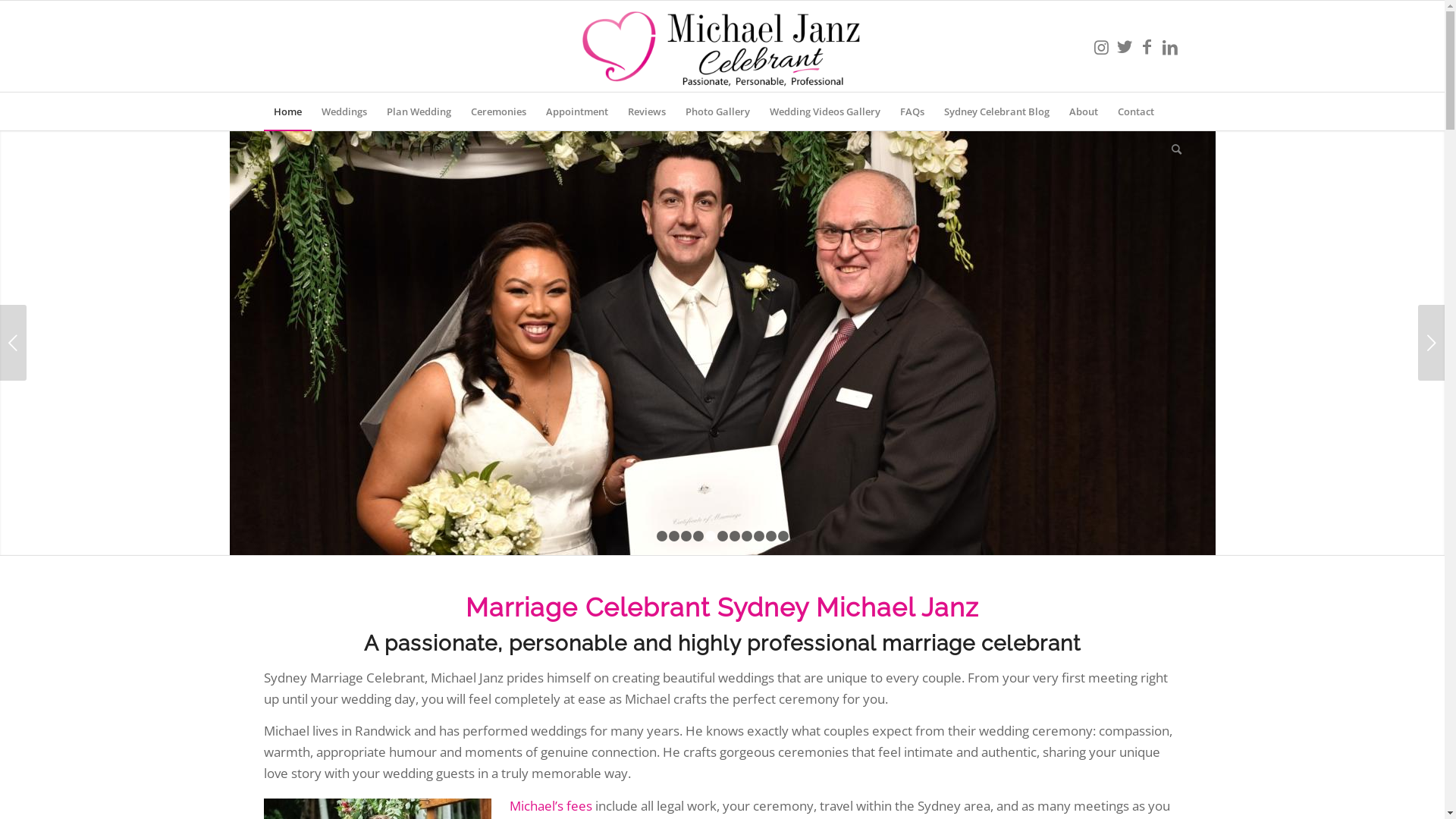 Image resolution: width=1456 pixels, height=819 pixels. I want to click on 'FAQs', so click(912, 110).